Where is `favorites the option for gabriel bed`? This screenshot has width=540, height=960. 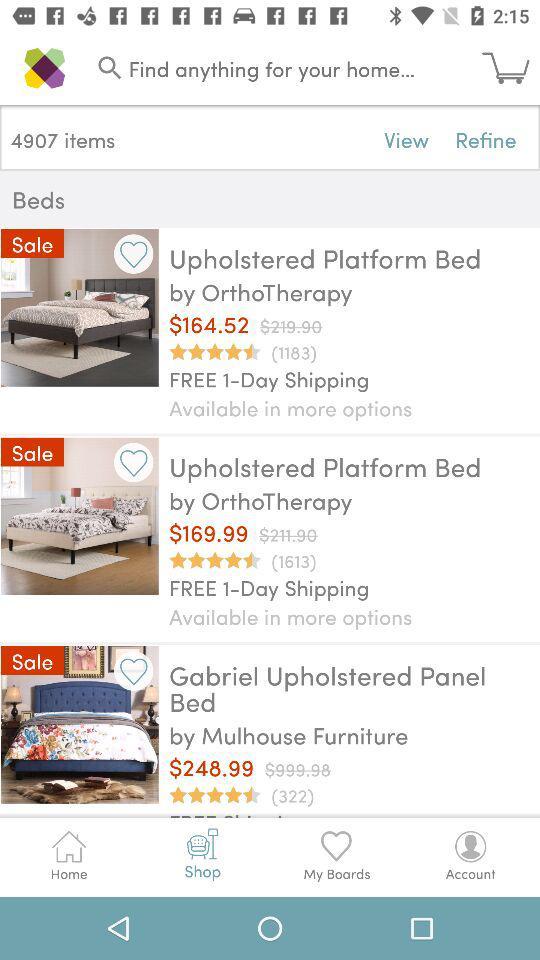 favorites the option for gabriel bed is located at coordinates (133, 671).